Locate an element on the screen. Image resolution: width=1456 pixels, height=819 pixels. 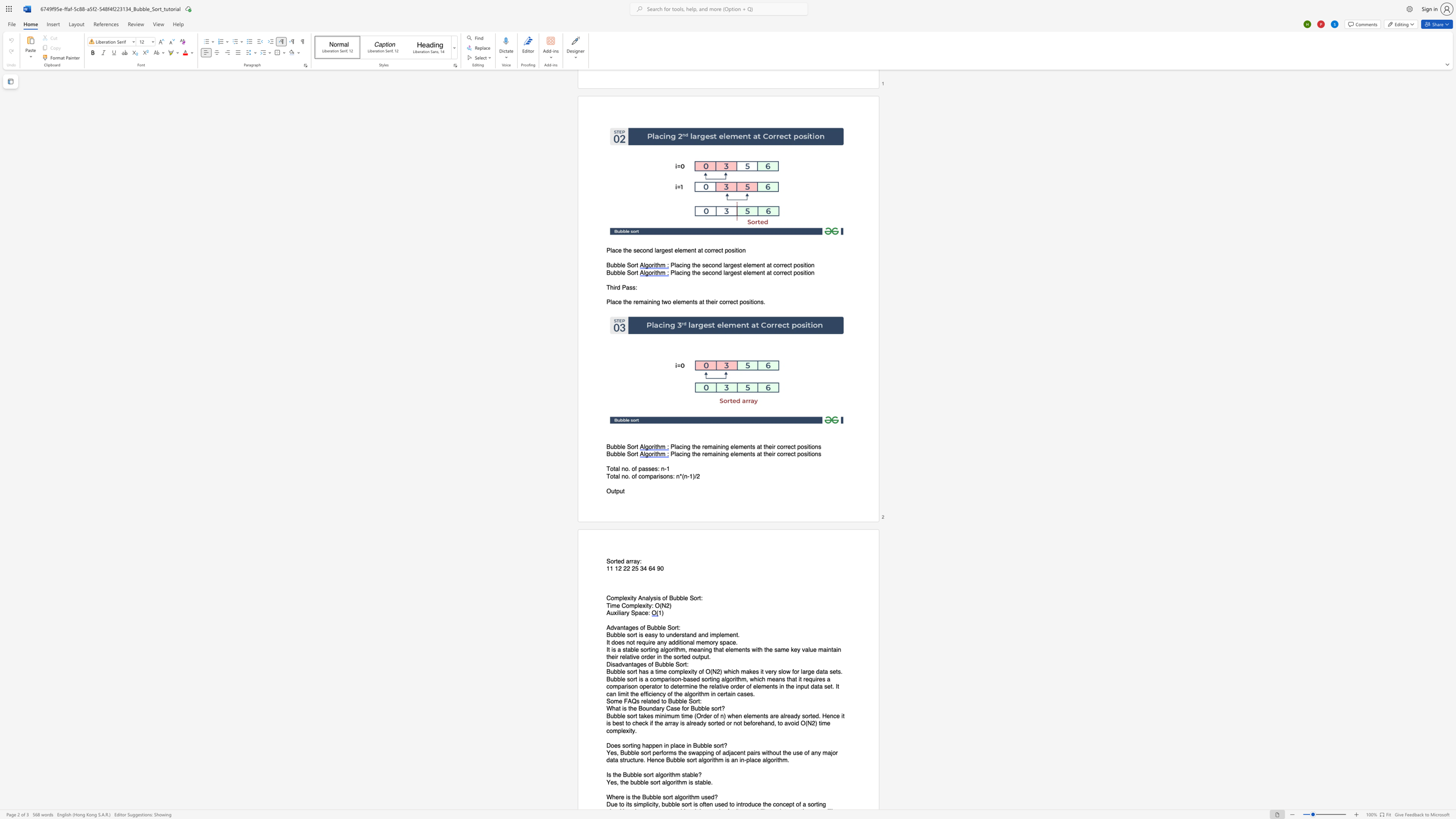
the space between the continuous character "u" and "x" in the text is located at coordinates (613, 613).